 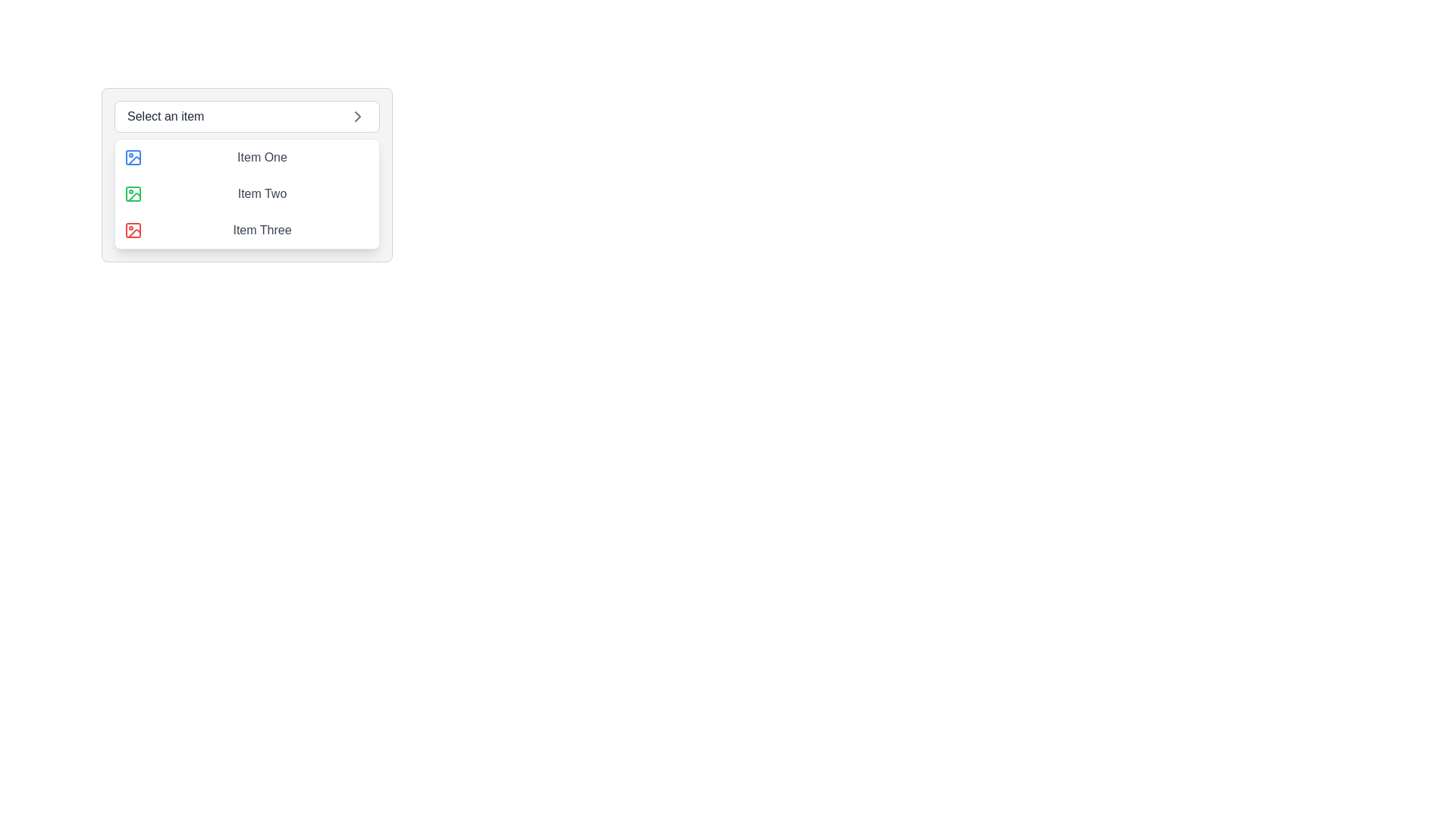 I want to click on the 'Item Two' text label in the dropdown menu, so click(x=262, y=193).